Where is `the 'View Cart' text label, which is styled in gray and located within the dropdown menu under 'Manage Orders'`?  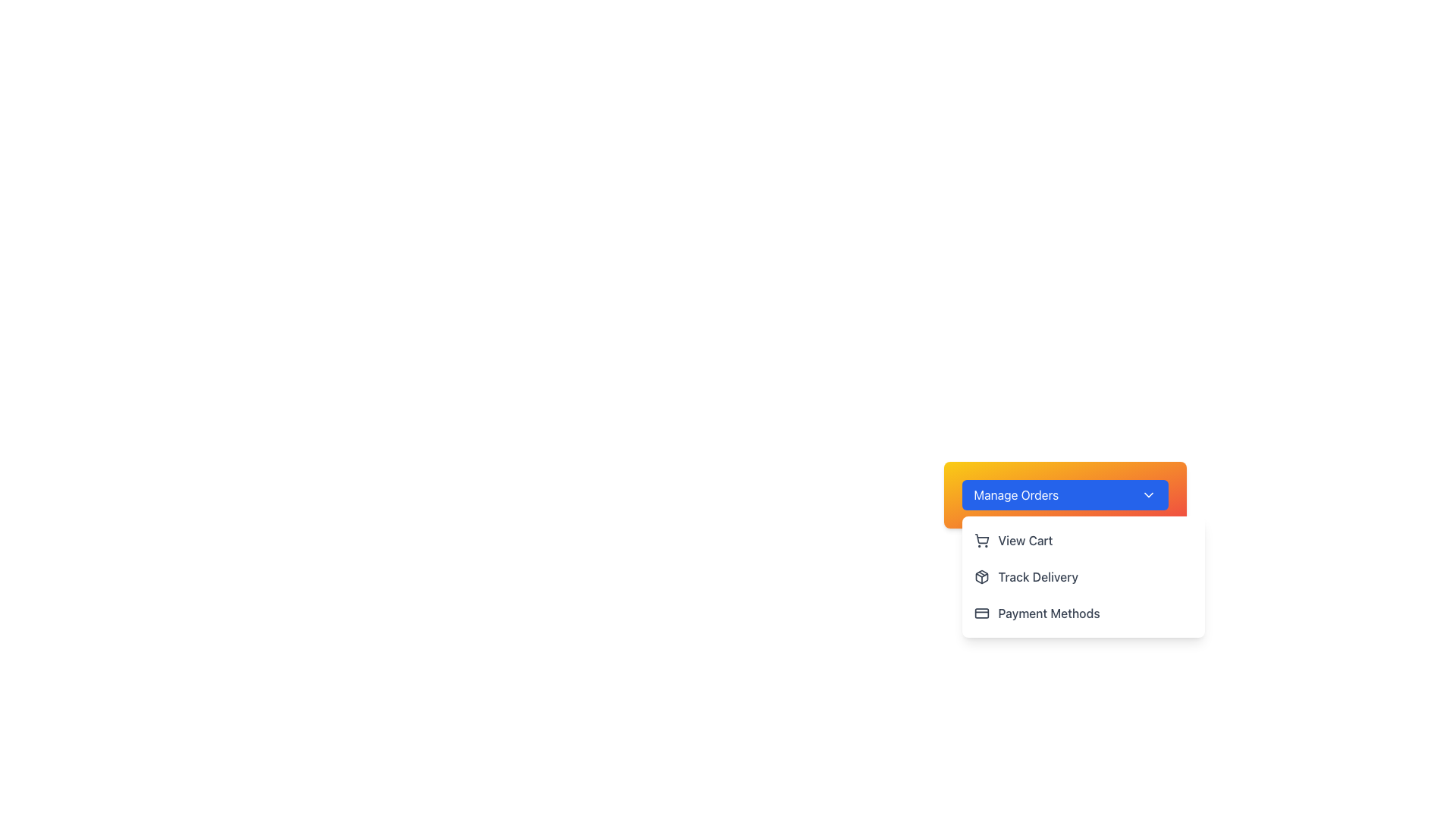
the 'View Cart' text label, which is styled in gray and located within the dropdown menu under 'Manage Orders' is located at coordinates (1025, 540).